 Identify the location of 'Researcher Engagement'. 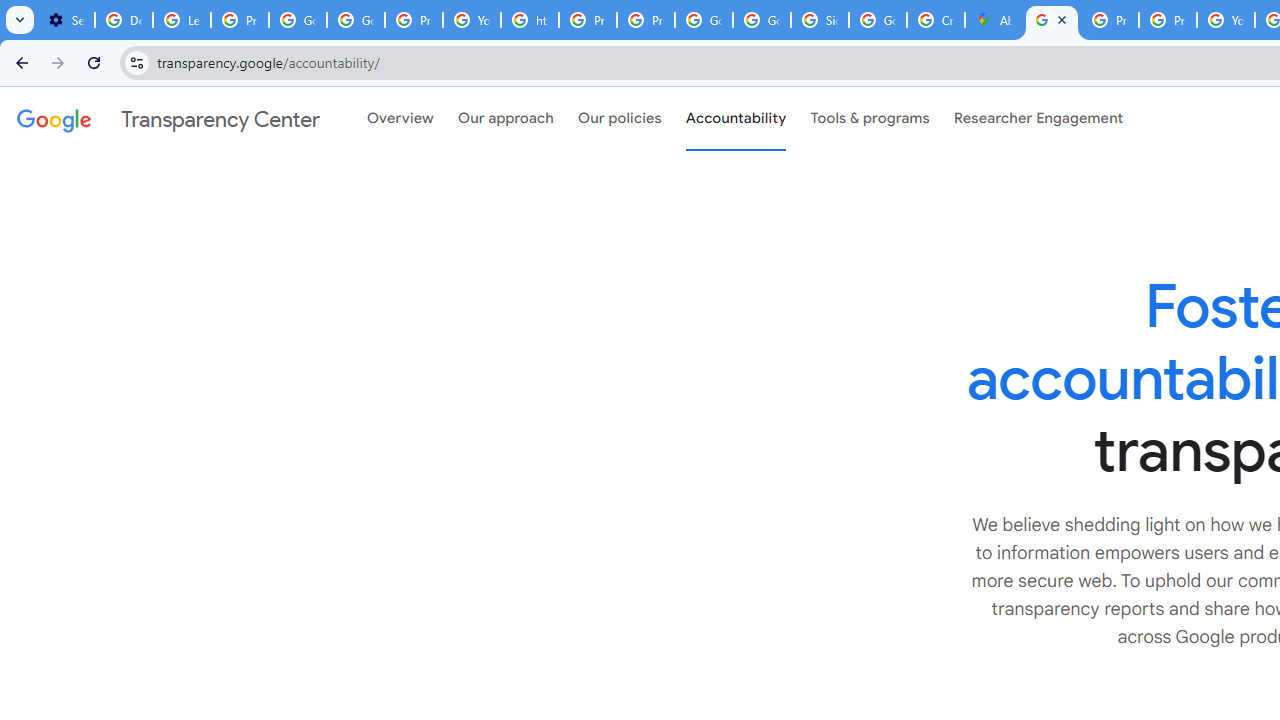
(1038, 119).